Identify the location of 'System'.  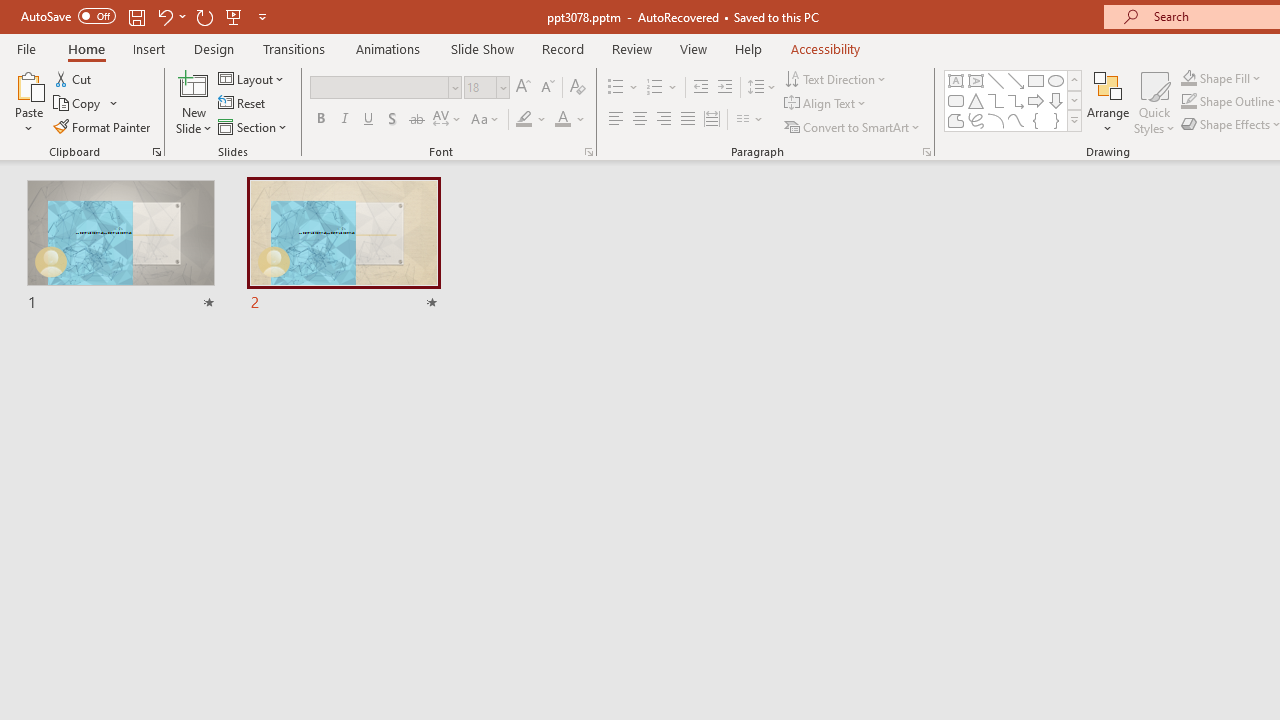
(10, 11).